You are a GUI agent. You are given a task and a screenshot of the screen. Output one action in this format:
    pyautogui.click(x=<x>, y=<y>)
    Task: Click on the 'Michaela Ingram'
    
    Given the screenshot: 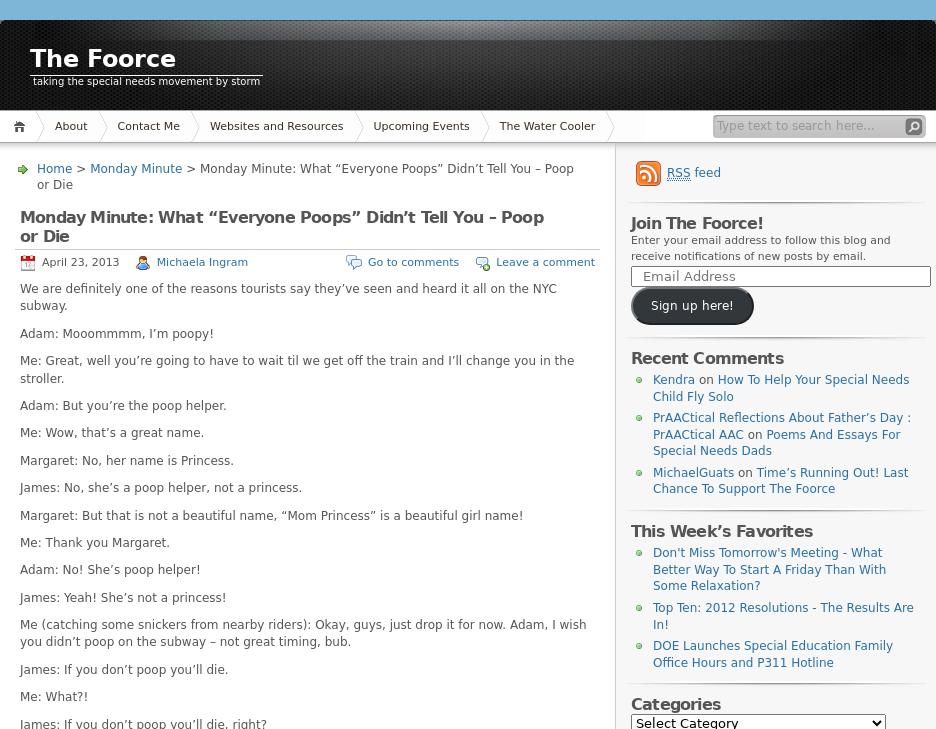 What is the action you would take?
    pyautogui.click(x=201, y=261)
    